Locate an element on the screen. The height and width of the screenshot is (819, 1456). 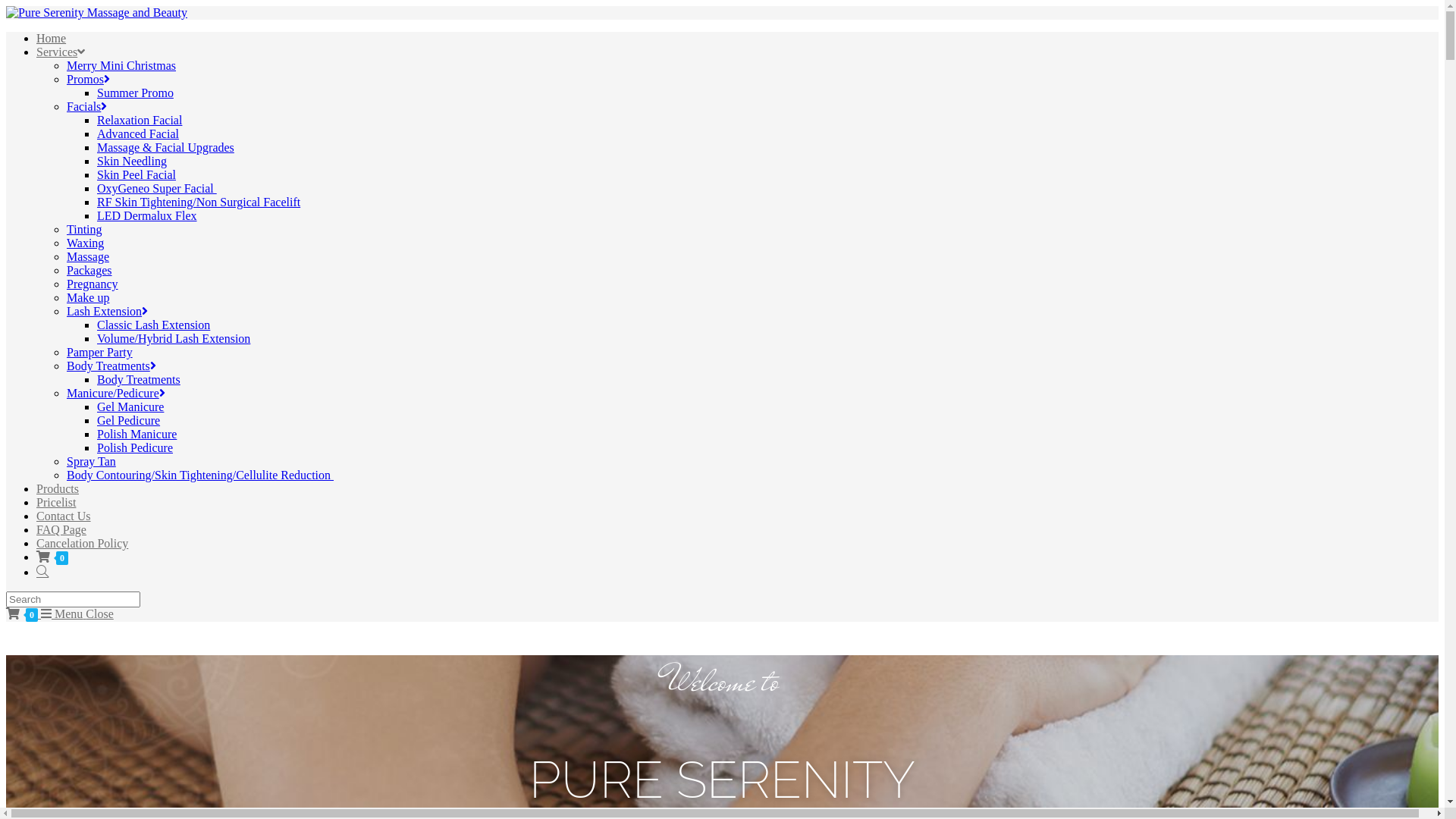
'Merry Mini Christmas' is located at coordinates (65, 64).